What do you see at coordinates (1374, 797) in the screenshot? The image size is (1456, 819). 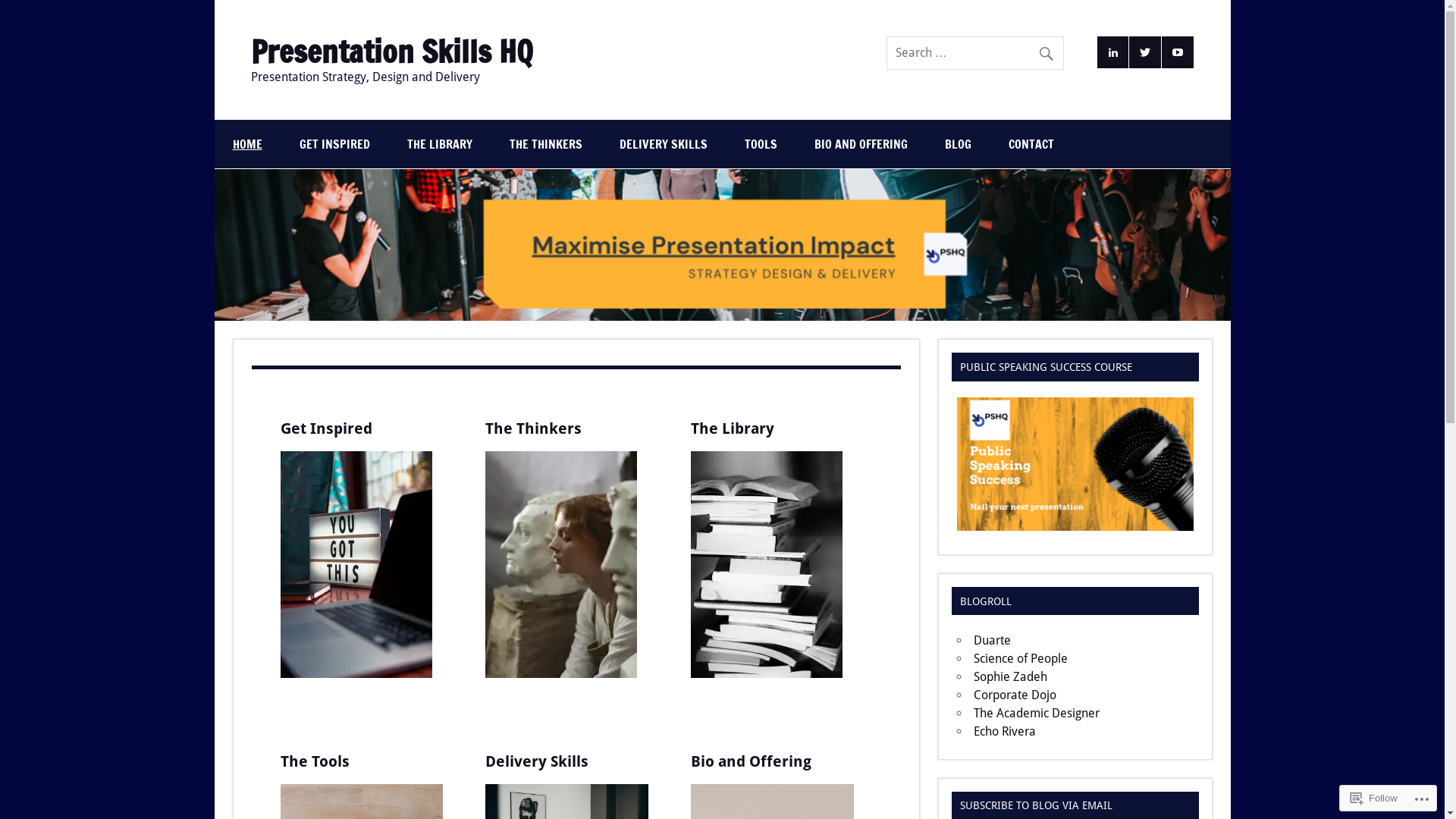 I see `'Follow'` at bounding box center [1374, 797].